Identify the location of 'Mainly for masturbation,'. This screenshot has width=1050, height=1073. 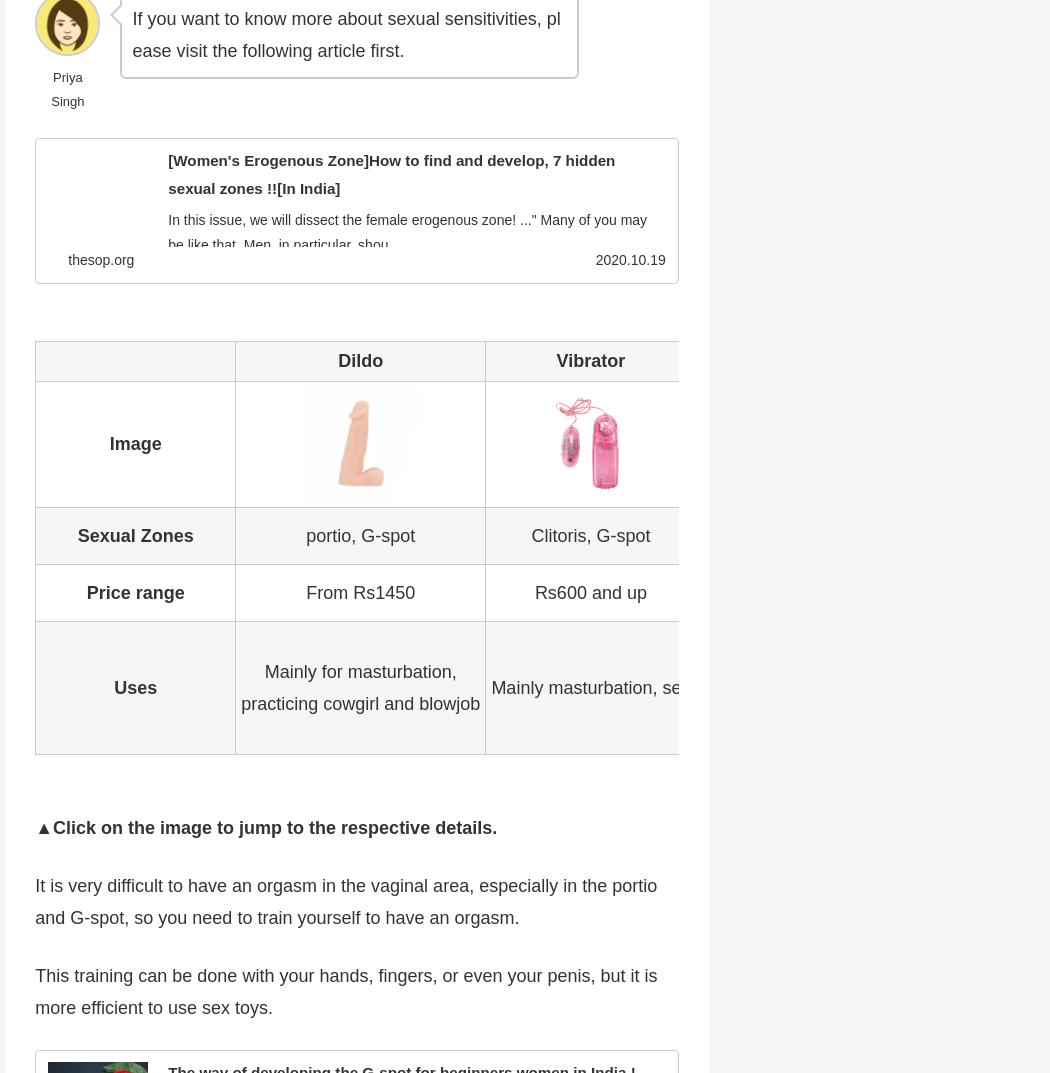
(262, 670).